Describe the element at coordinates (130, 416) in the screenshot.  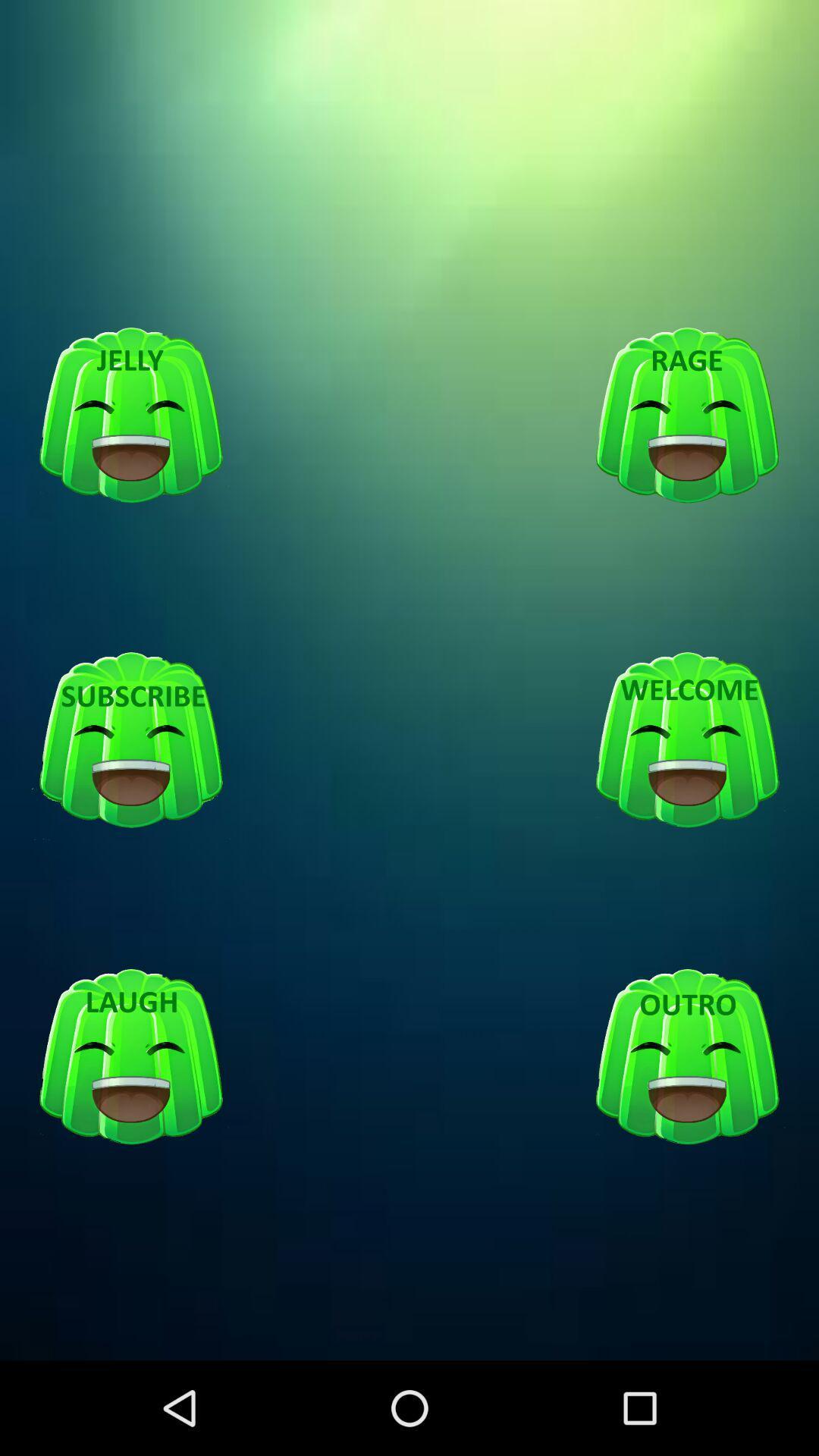
I see `the item at the top left corner` at that location.